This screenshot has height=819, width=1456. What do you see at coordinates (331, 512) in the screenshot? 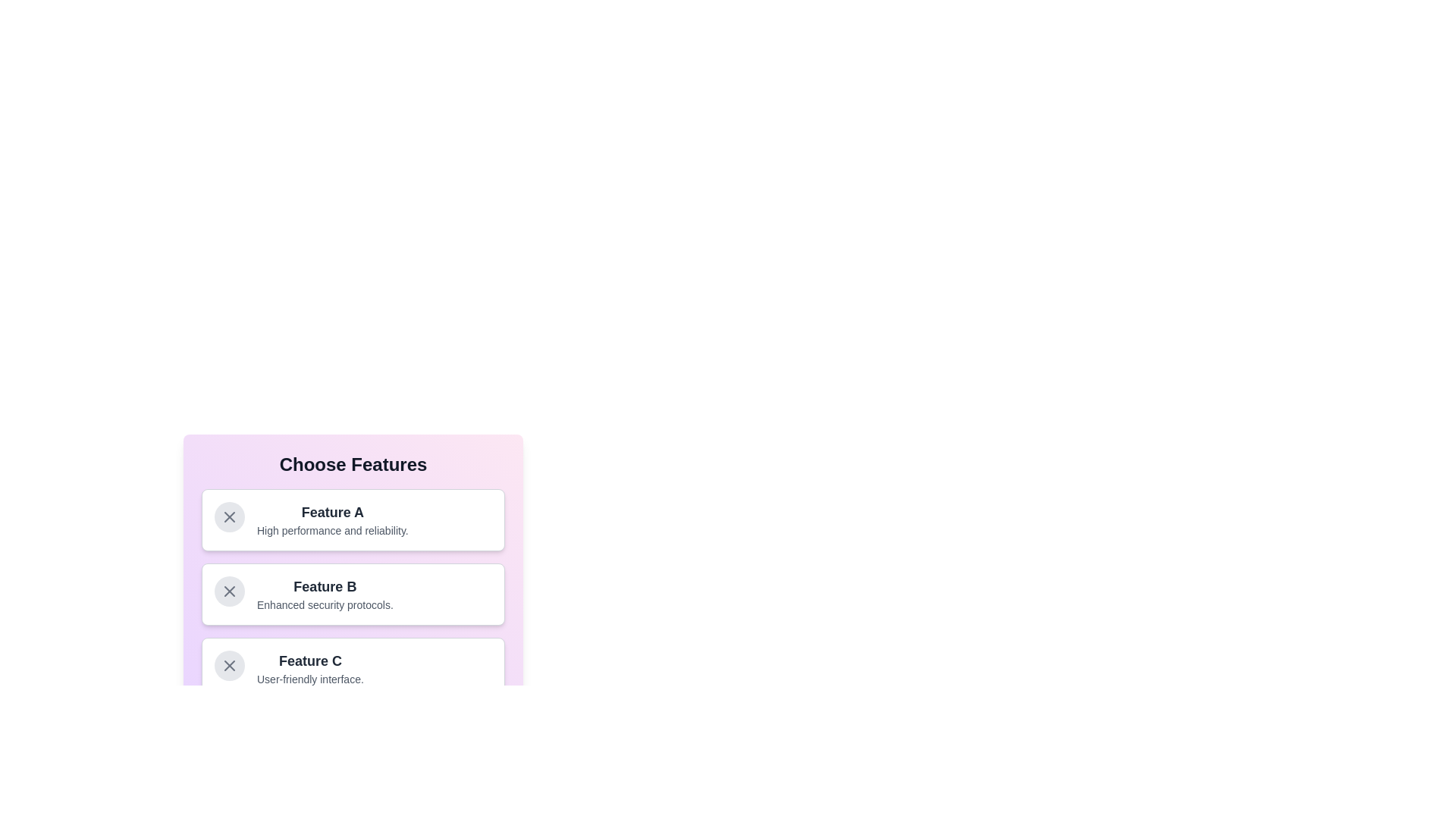
I see `the Text label that serves as the title for the feature card, which is centrally positioned at the top of the card component below the header 'Choose Features'` at bounding box center [331, 512].